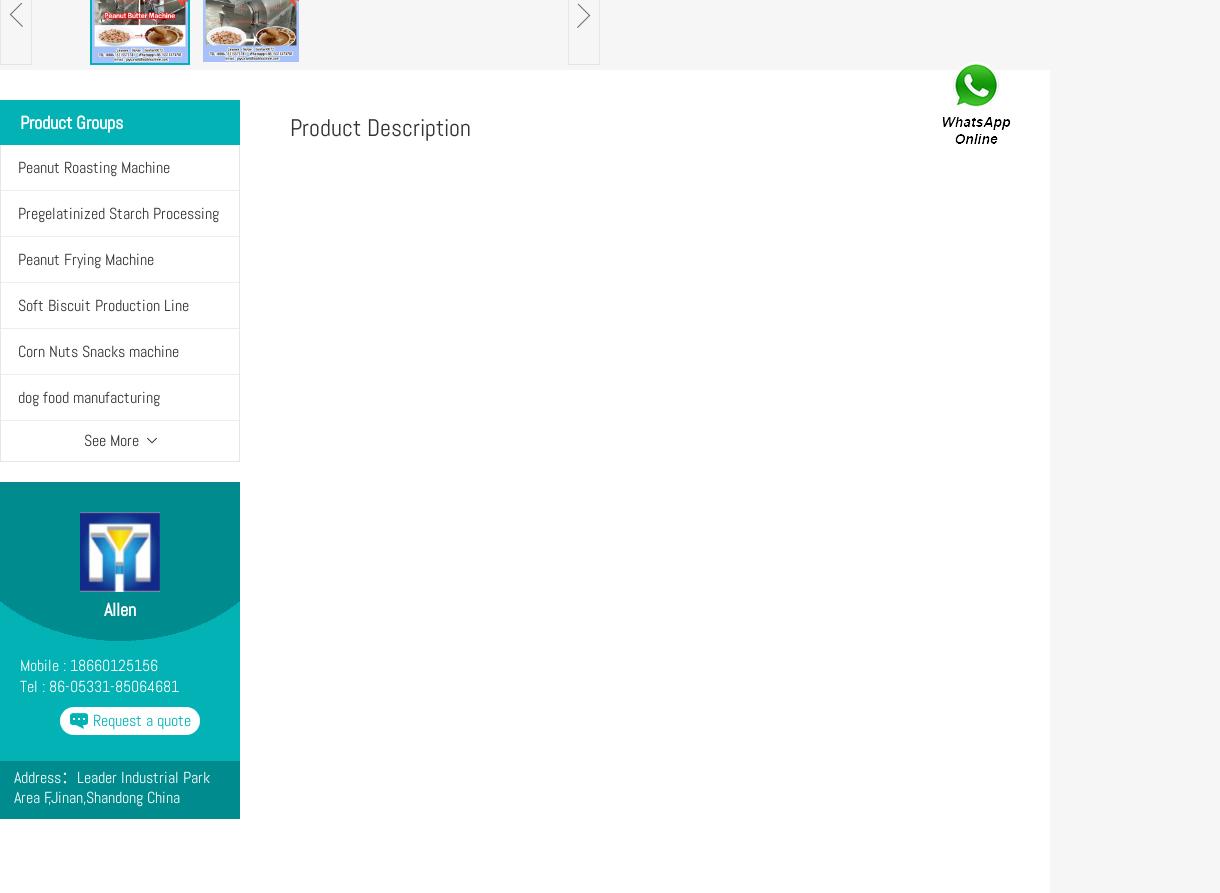  Describe the element at coordinates (85, 258) in the screenshot. I see `'Peanut Frying Machine'` at that location.